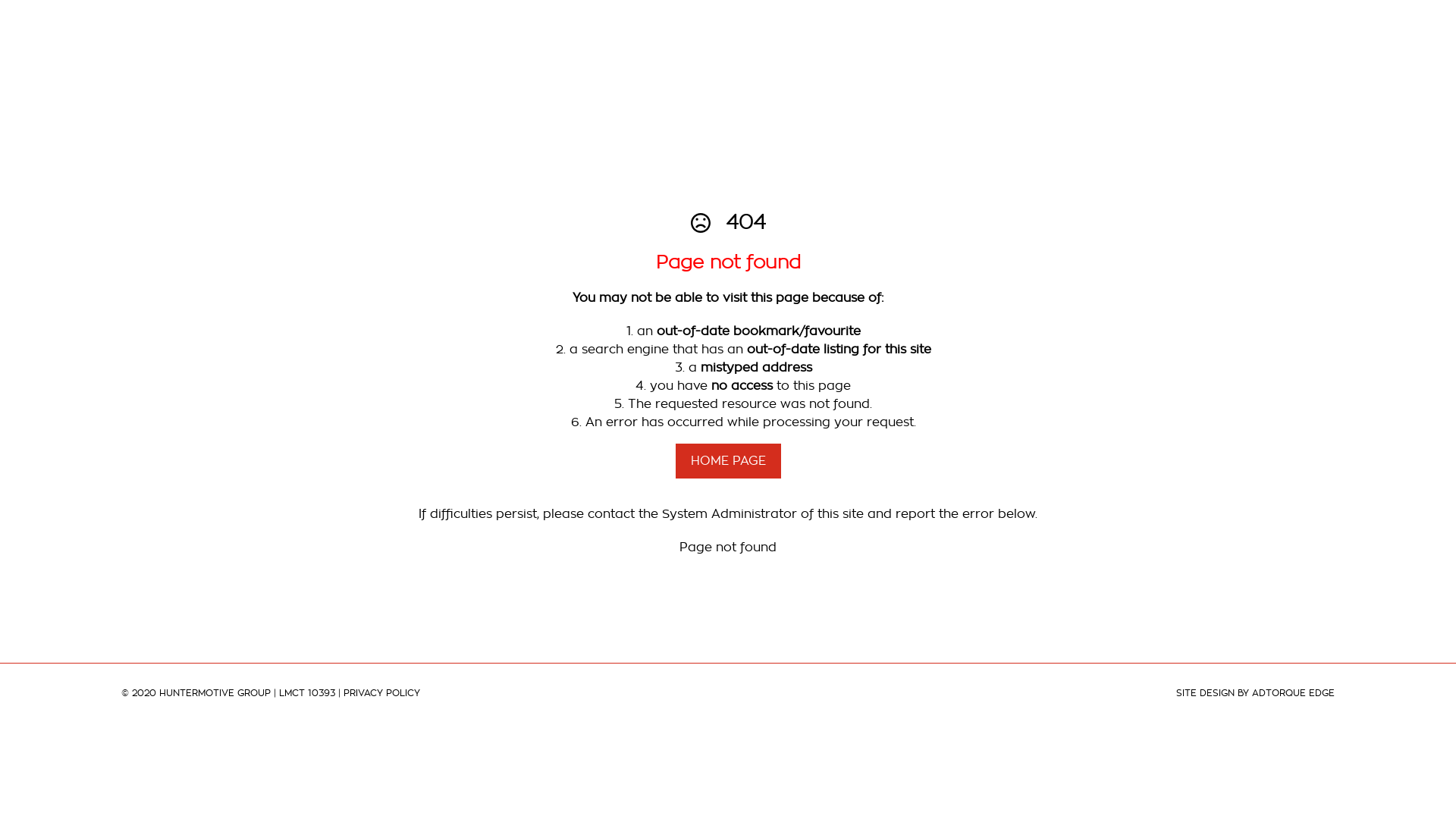 The image size is (1456, 819). I want to click on 'SITE DESIGN BY ADTORQUE EDGE', so click(1255, 693).